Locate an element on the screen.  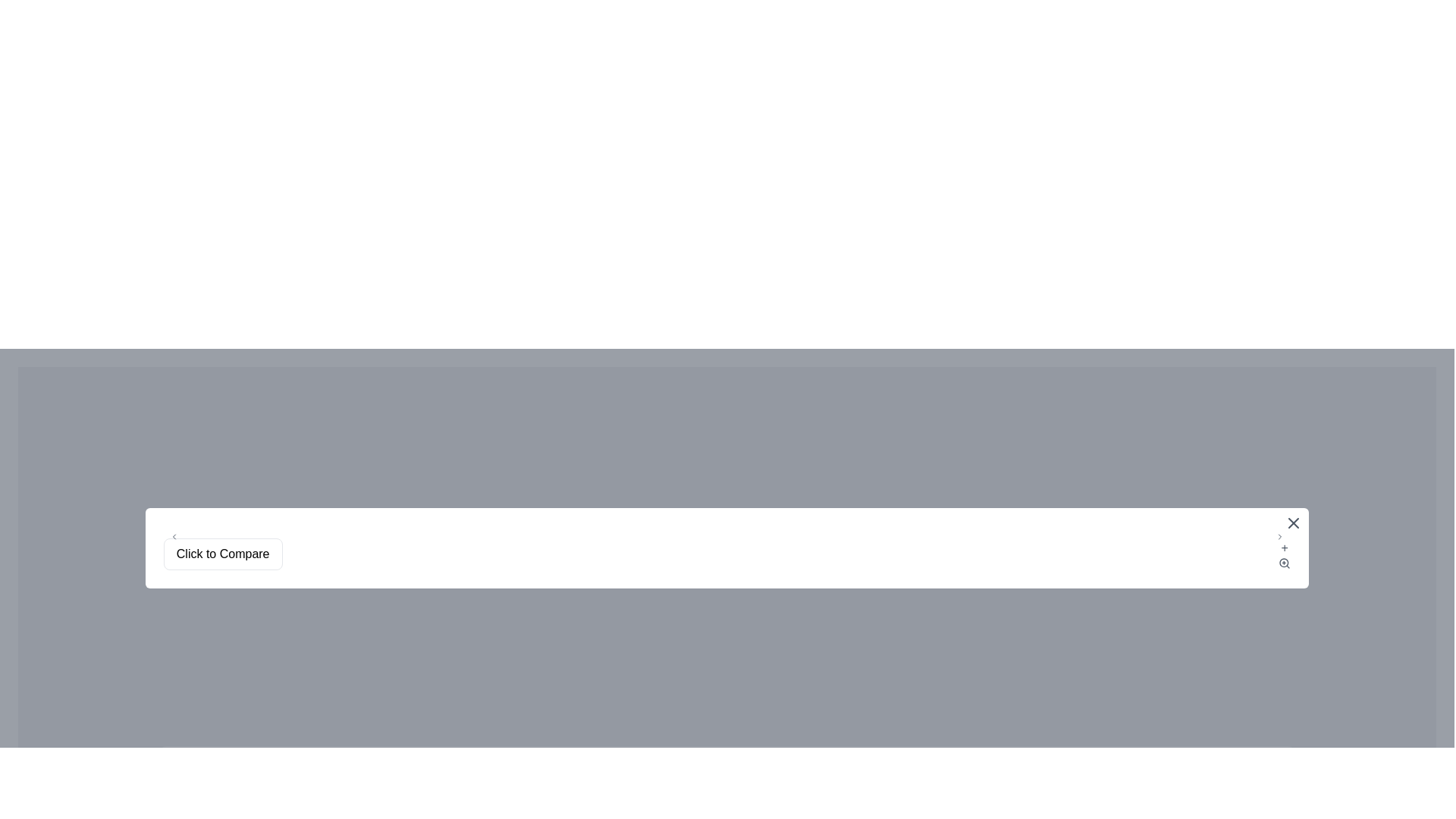
the circular '+' icon within the magnifying glass graphic located at the top-right corner of the interactive panel is located at coordinates (1283, 563).